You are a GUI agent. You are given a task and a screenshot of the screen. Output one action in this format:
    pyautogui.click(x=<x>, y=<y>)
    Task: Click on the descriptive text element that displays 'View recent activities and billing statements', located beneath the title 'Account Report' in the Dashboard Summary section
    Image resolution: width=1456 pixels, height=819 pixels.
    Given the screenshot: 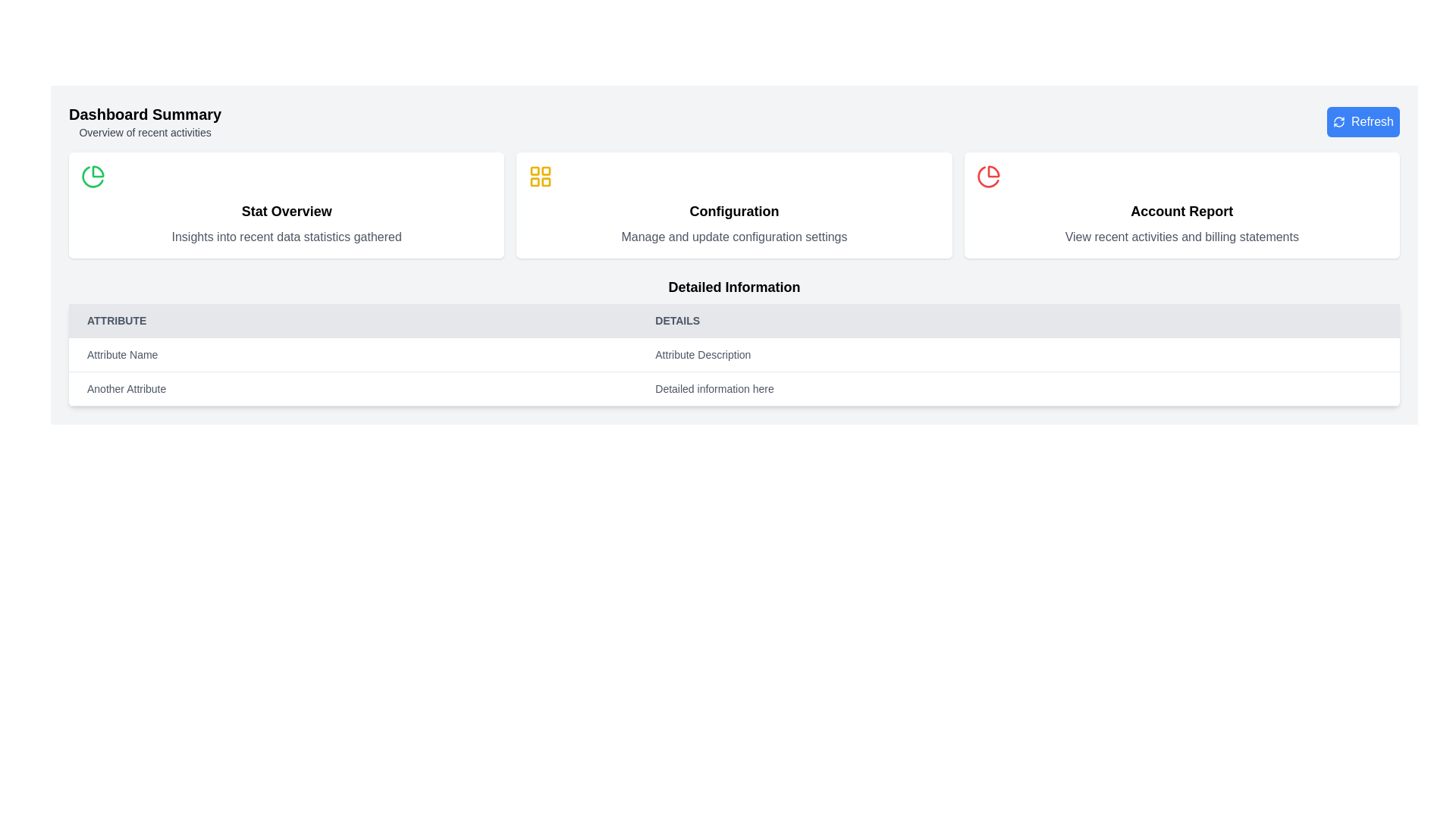 What is the action you would take?
    pyautogui.click(x=1181, y=237)
    